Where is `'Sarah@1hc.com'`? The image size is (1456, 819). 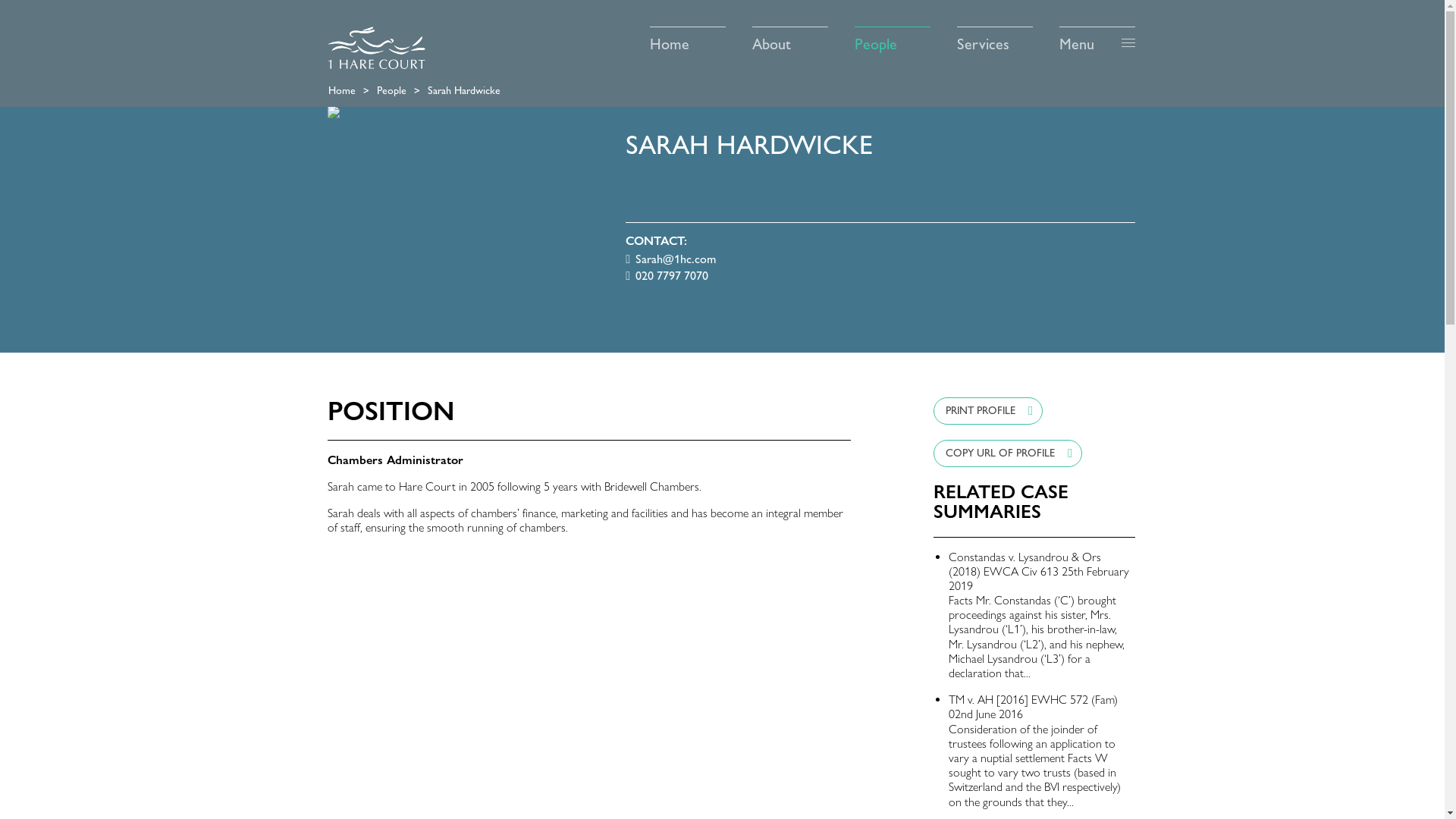
'Sarah@1hc.com' is located at coordinates (670, 258).